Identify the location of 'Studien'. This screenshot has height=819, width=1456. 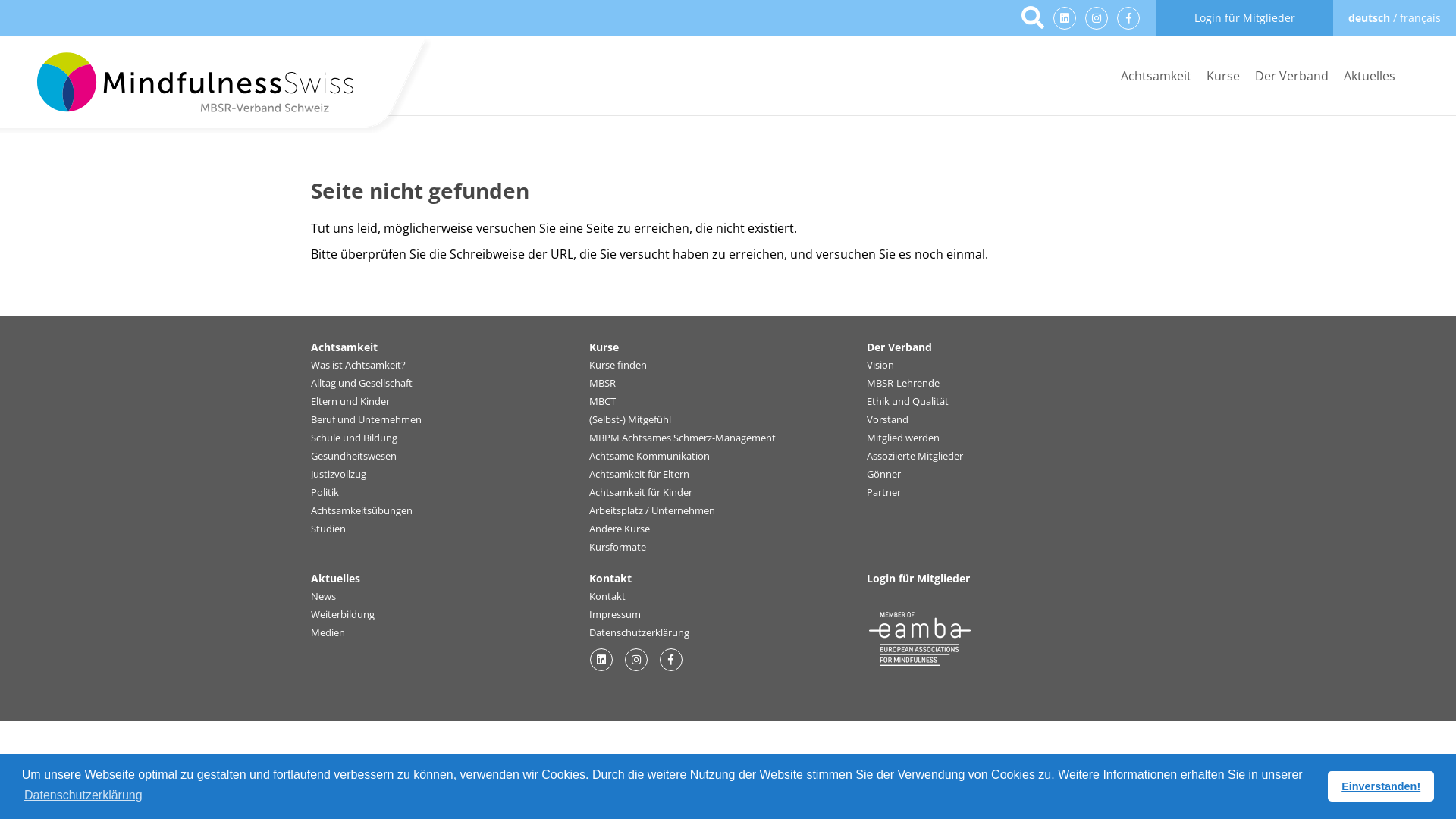
(309, 529).